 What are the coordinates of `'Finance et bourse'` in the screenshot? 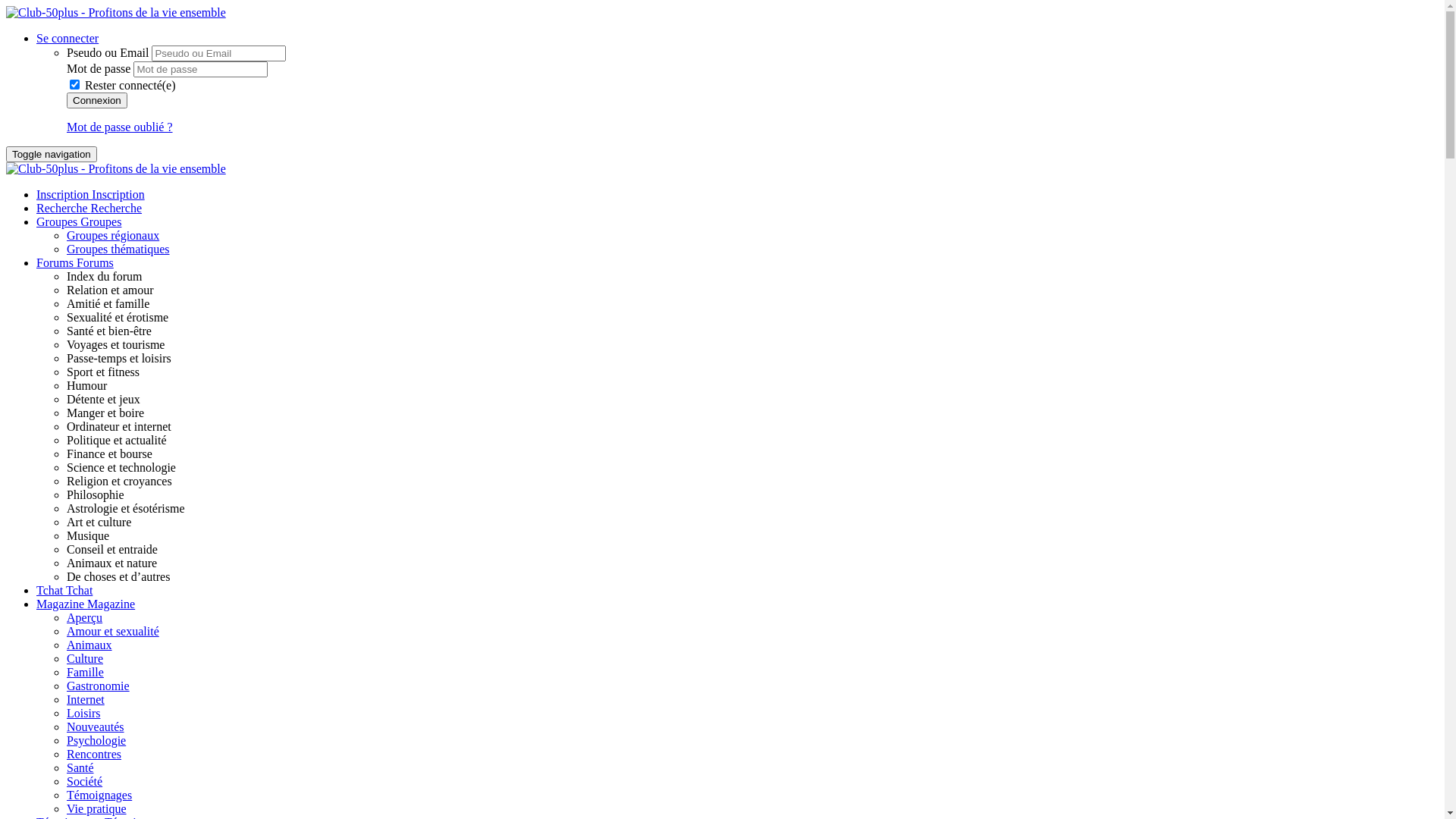 It's located at (65, 453).